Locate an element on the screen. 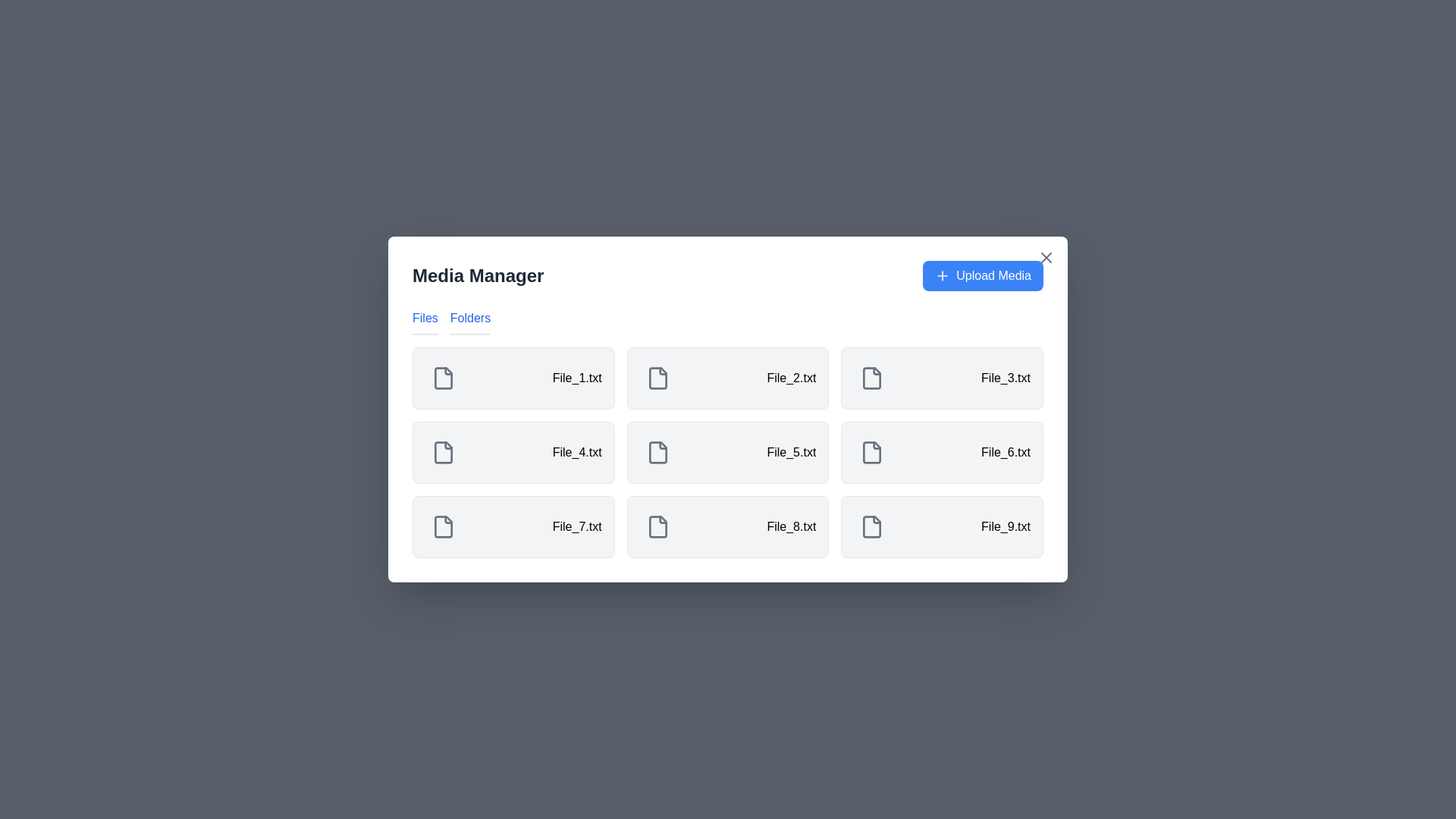  the text label displaying 'File_8.txt' located in the second row, third column of a grid layout, right next to a document icon is located at coordinates (790, 526).